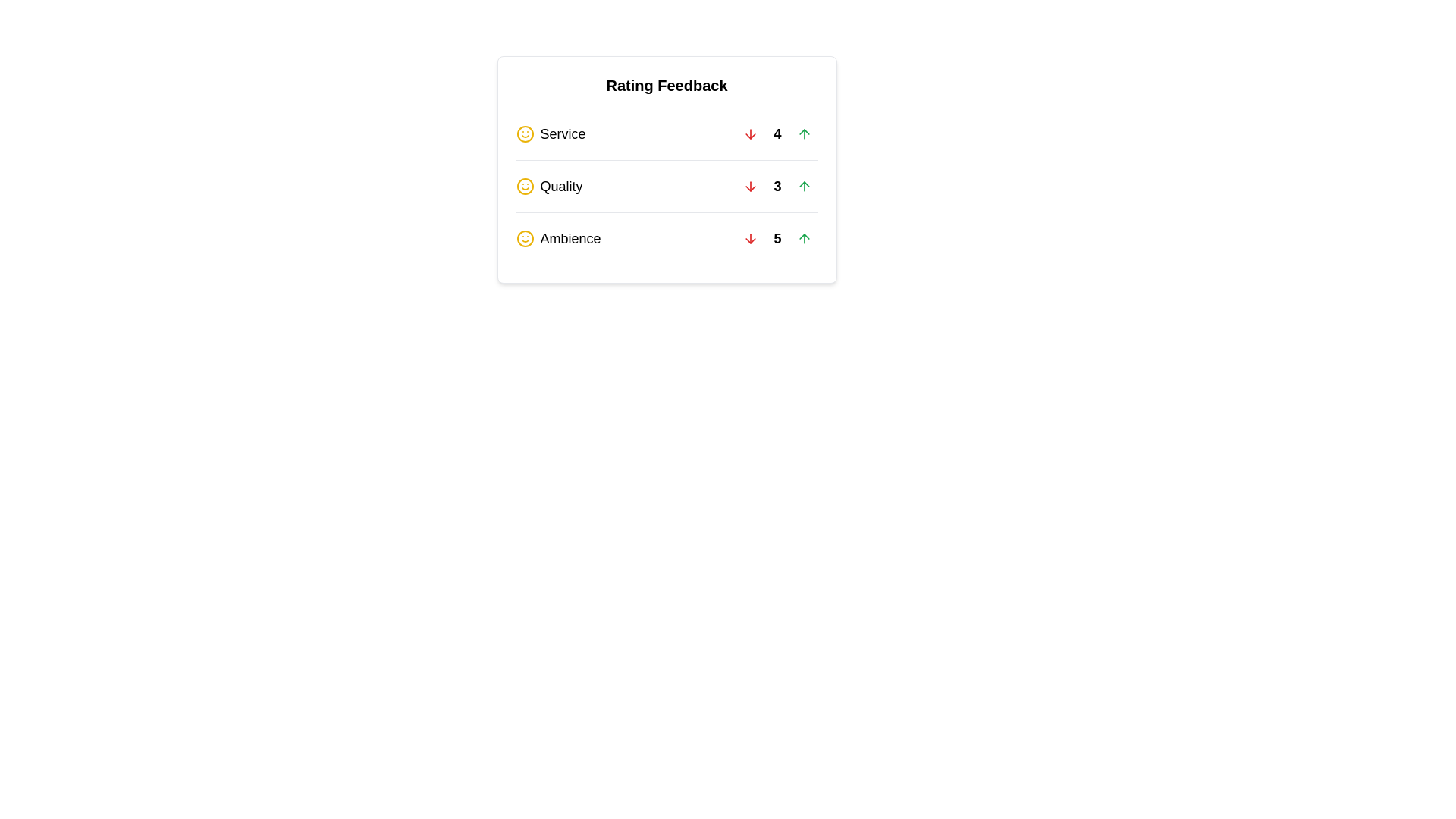 This screenshot has width=1456, height=819. I want to click on the 'Service' icon located to the left of the text 'Service' in the flexbox layout, so click(525, 133).